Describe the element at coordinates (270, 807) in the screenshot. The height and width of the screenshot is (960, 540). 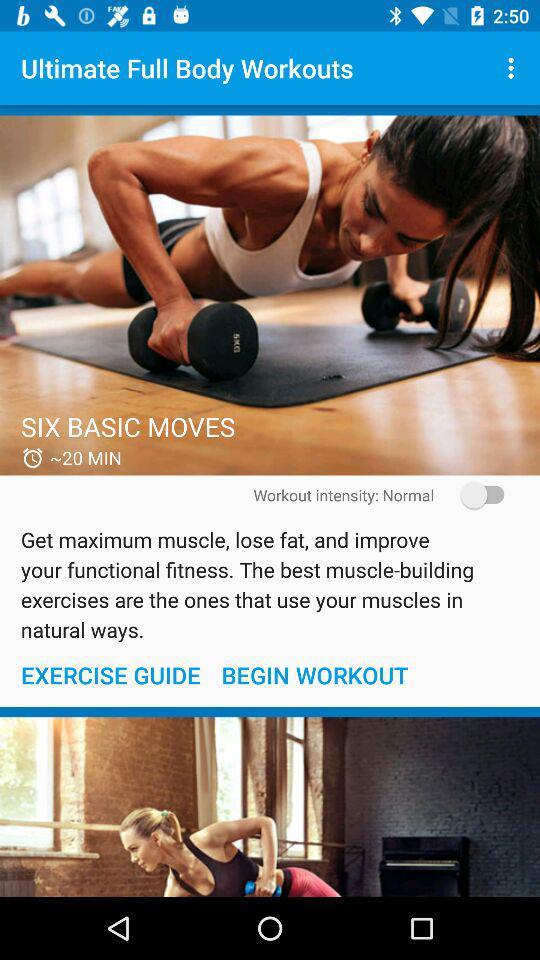
I see `picture space display` at that location.